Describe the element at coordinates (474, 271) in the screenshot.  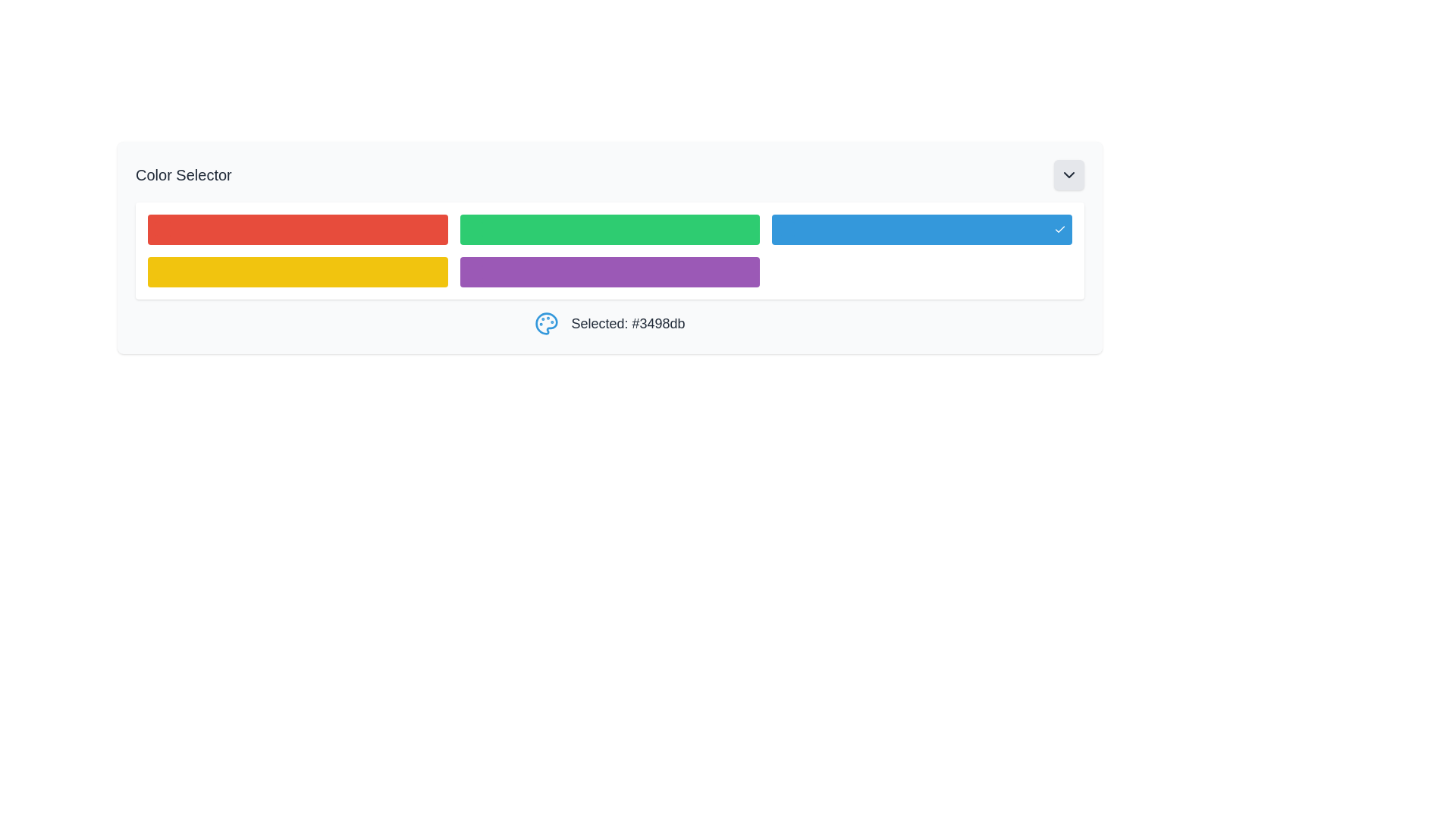
I see `the decorative component inside the purple button located in the second row of the color selector area` at that location.